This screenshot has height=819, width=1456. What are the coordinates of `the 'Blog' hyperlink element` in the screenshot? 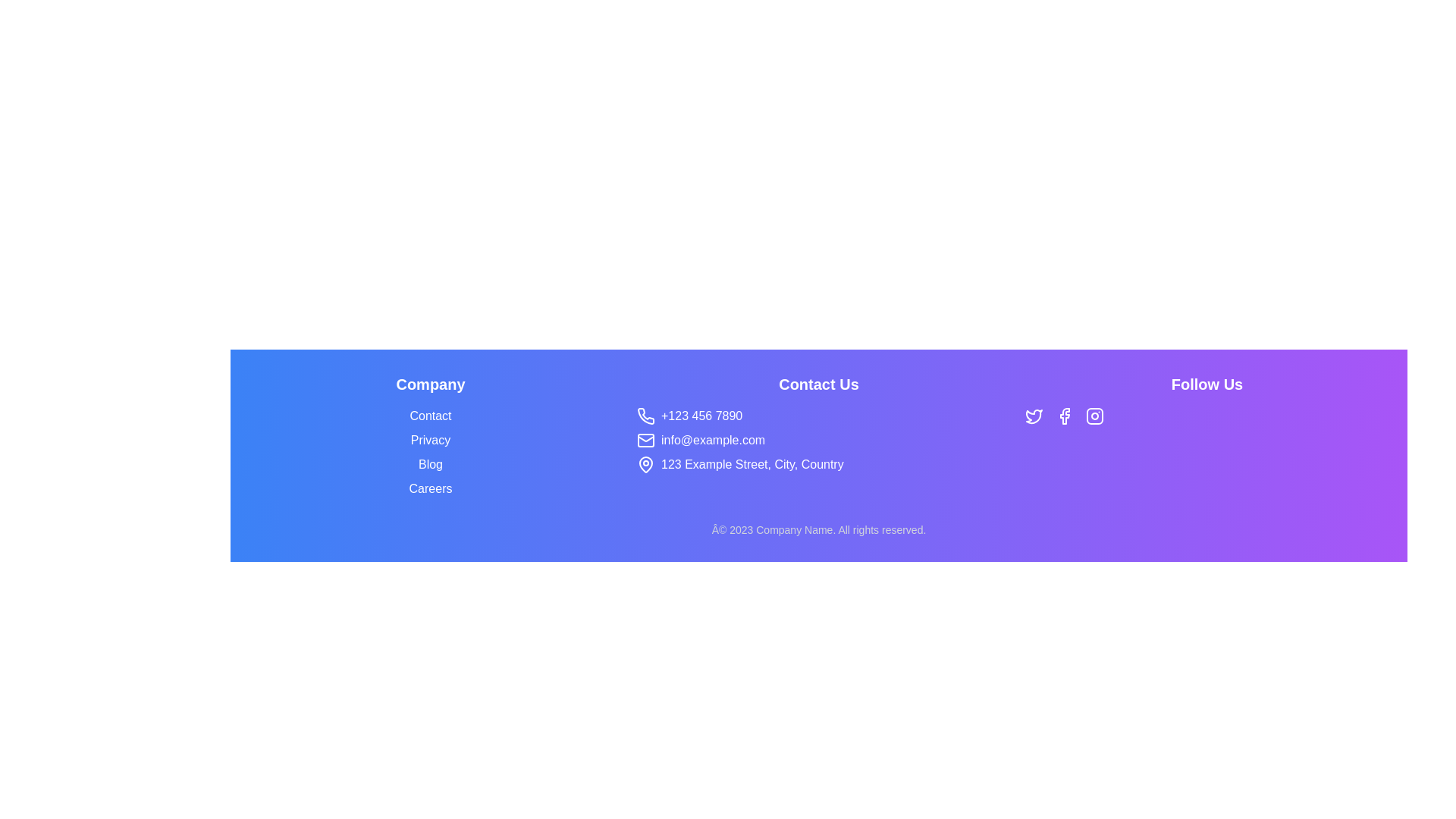 It's located at (429, 464).